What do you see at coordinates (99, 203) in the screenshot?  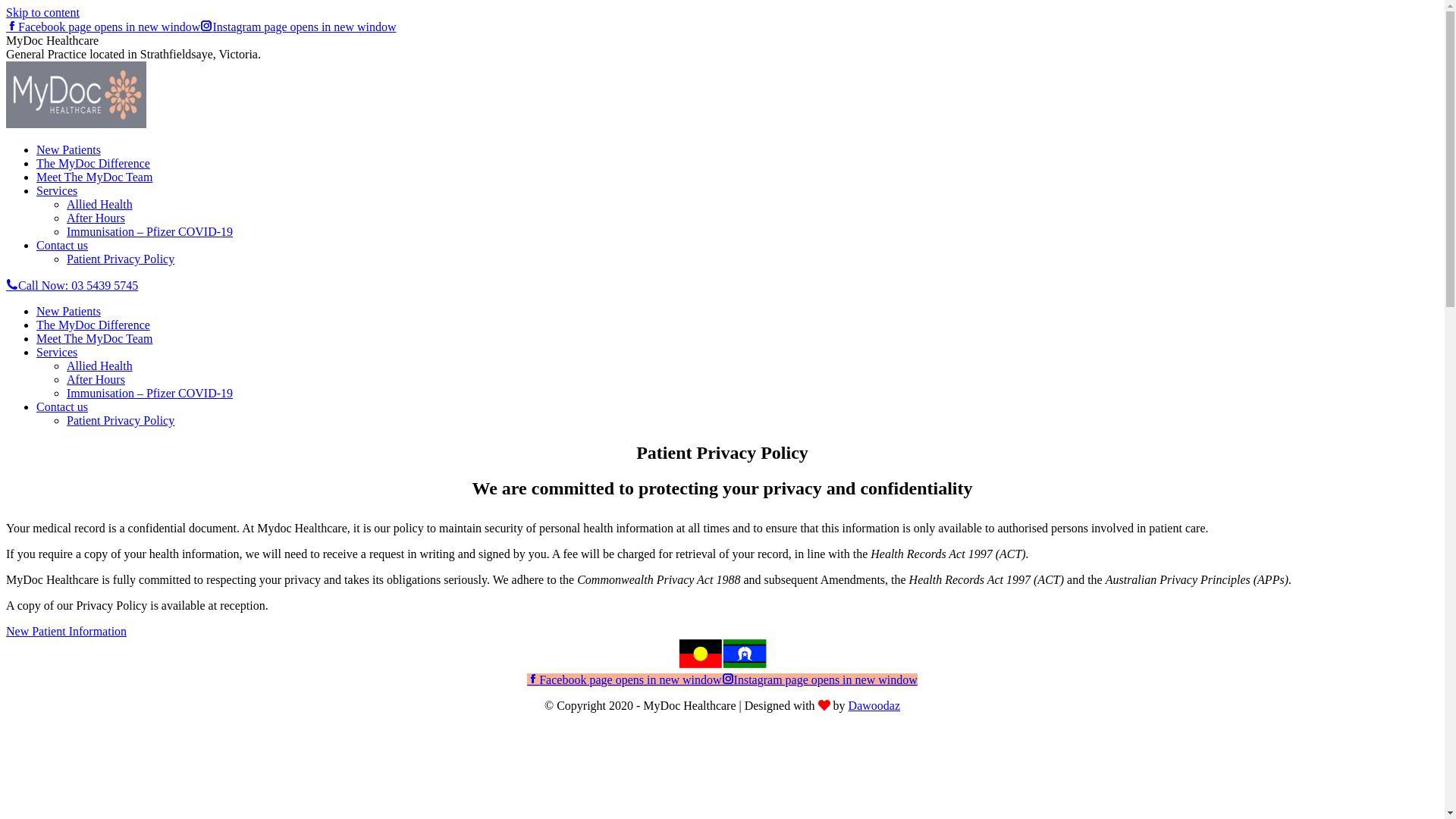 I see `'Allied Health'` at bounding box center [99, 203].